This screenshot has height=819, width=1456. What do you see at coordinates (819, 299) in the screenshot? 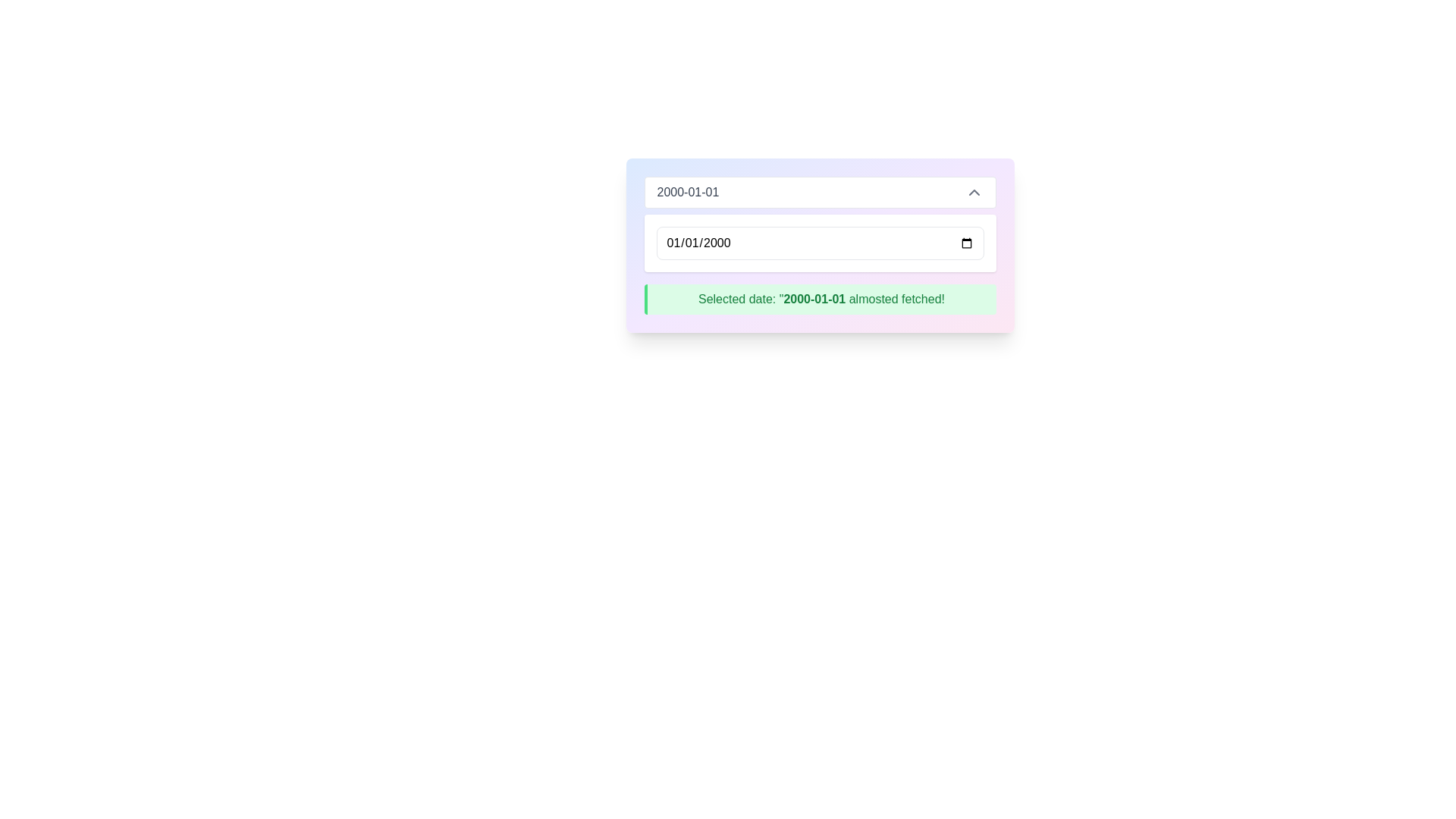
I see `the rectangular notification box with a green background that displays the message 'Selected date: "2000-01-01 almosted fetched!"' and has a dark green left border` at bounding box center [819, 299].